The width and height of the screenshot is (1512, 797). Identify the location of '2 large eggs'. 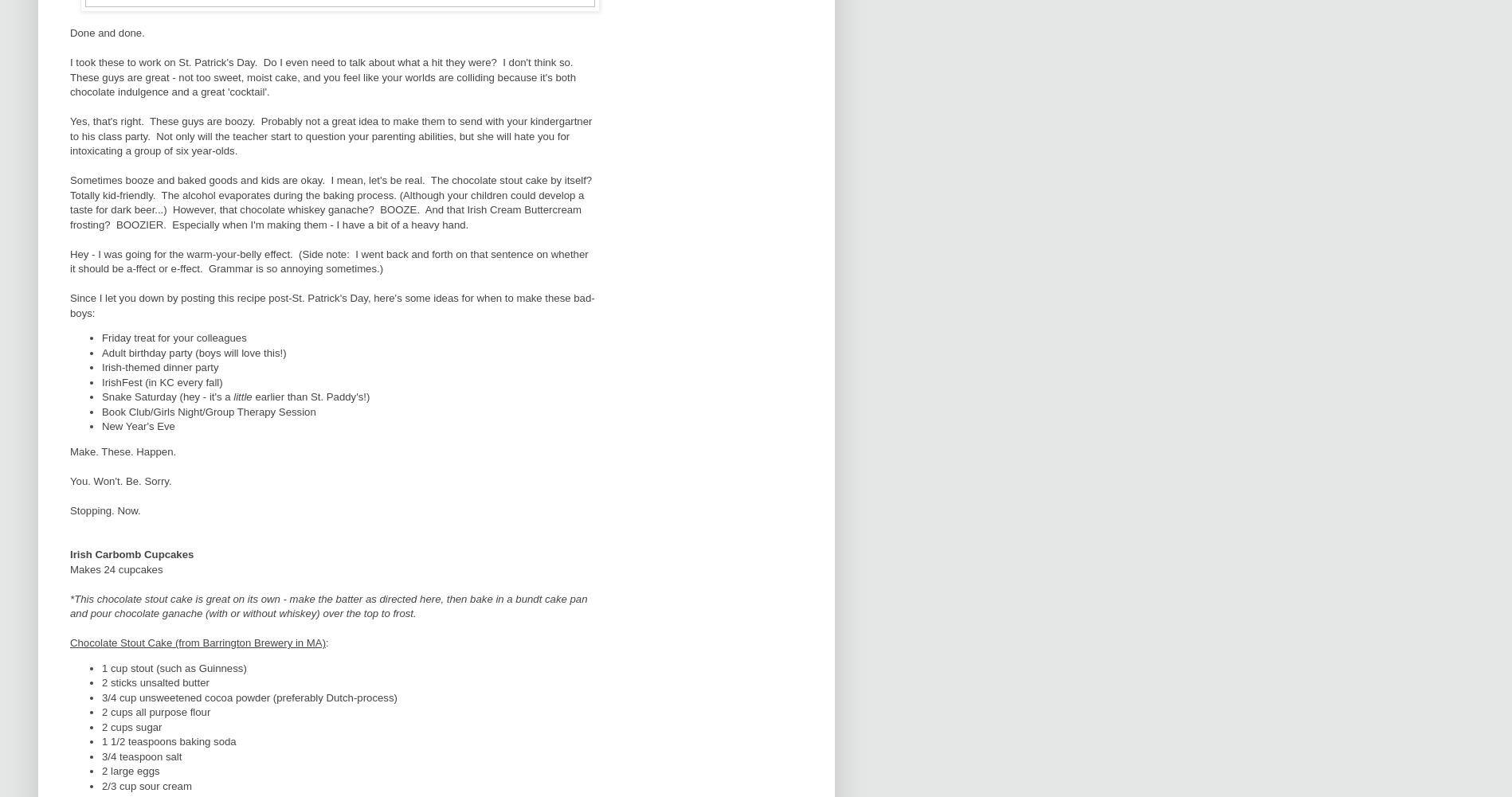
(129, 770).